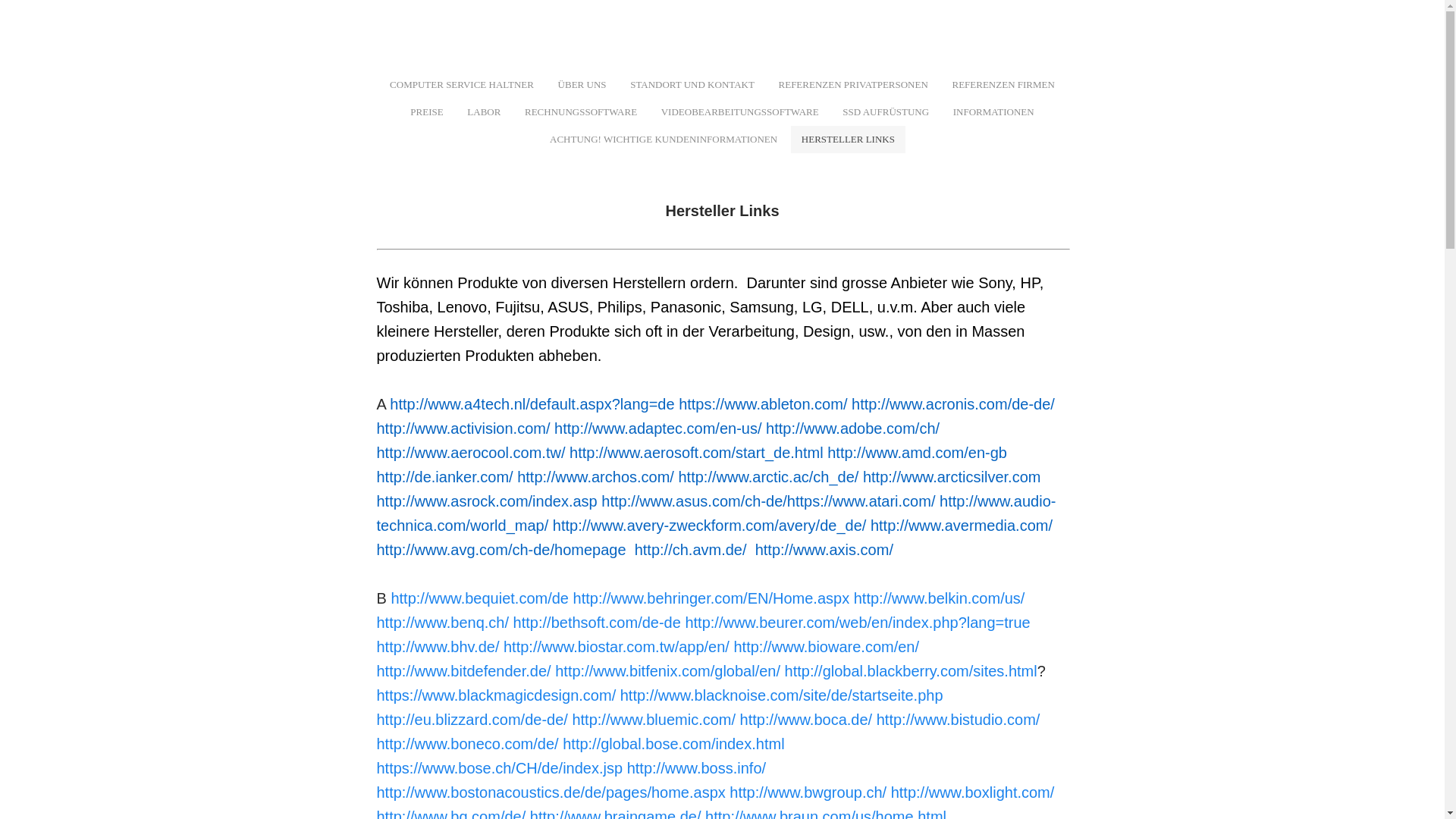 The image size is (1456, 819). I want to click on 'http://www.a4tech.nl/default.aspx?lang=de', so click(532, 403).